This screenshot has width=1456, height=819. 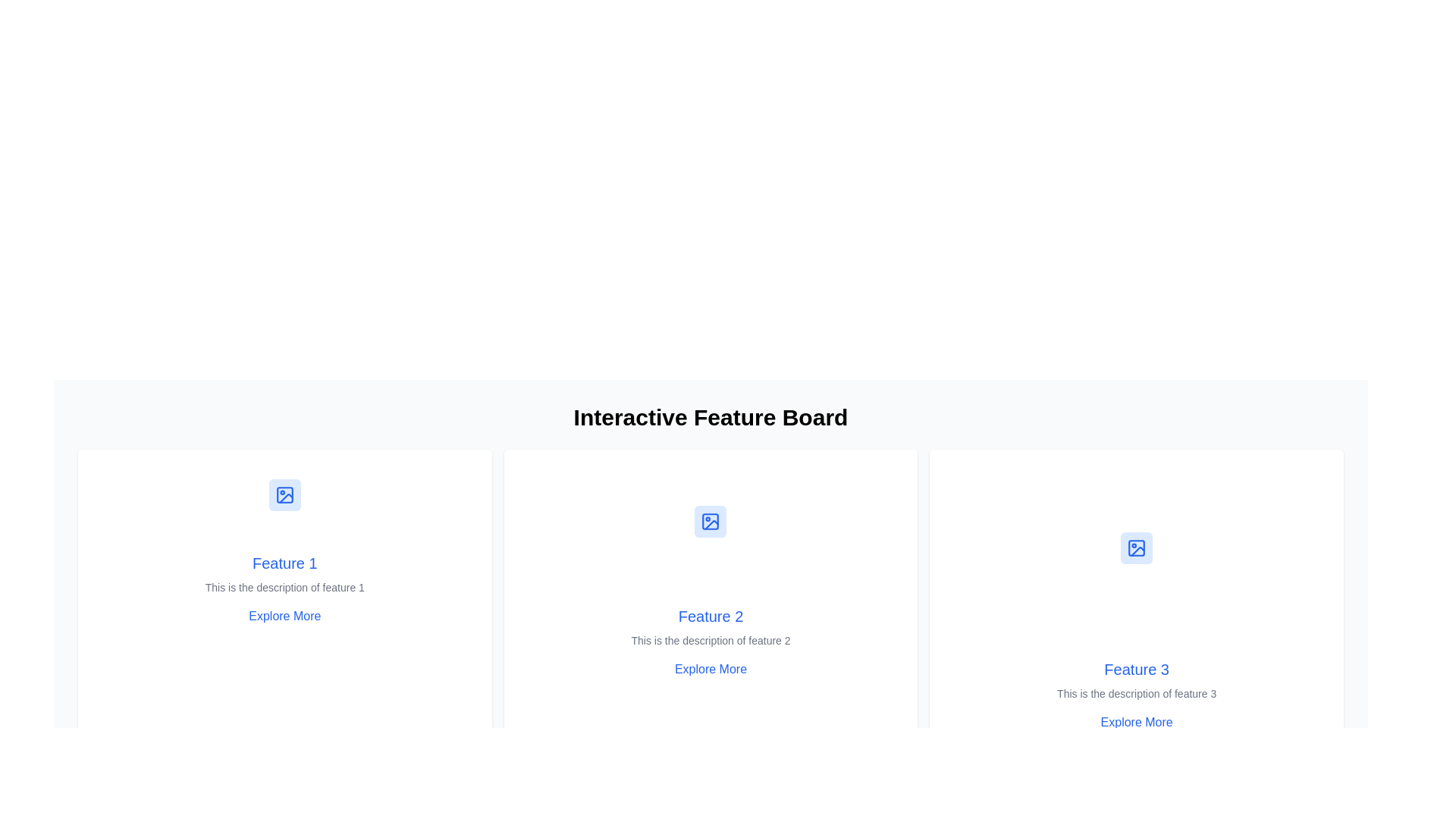 I want to click on the graphical shape within the icon that represents an image-related feature, which is centered above the text 'Feature 3', so click(x=1137, y=548).